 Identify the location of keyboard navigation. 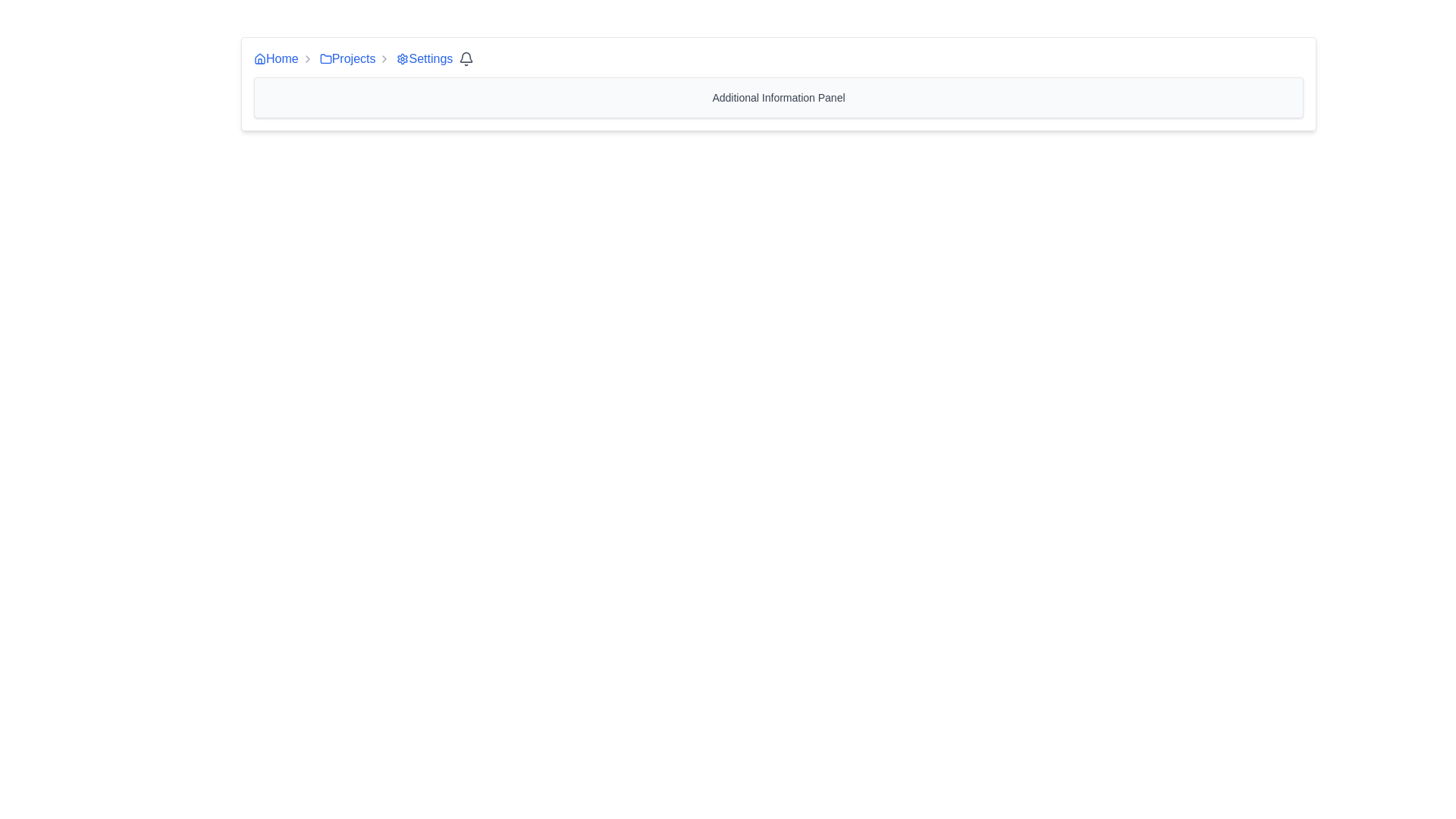
(403, 58).